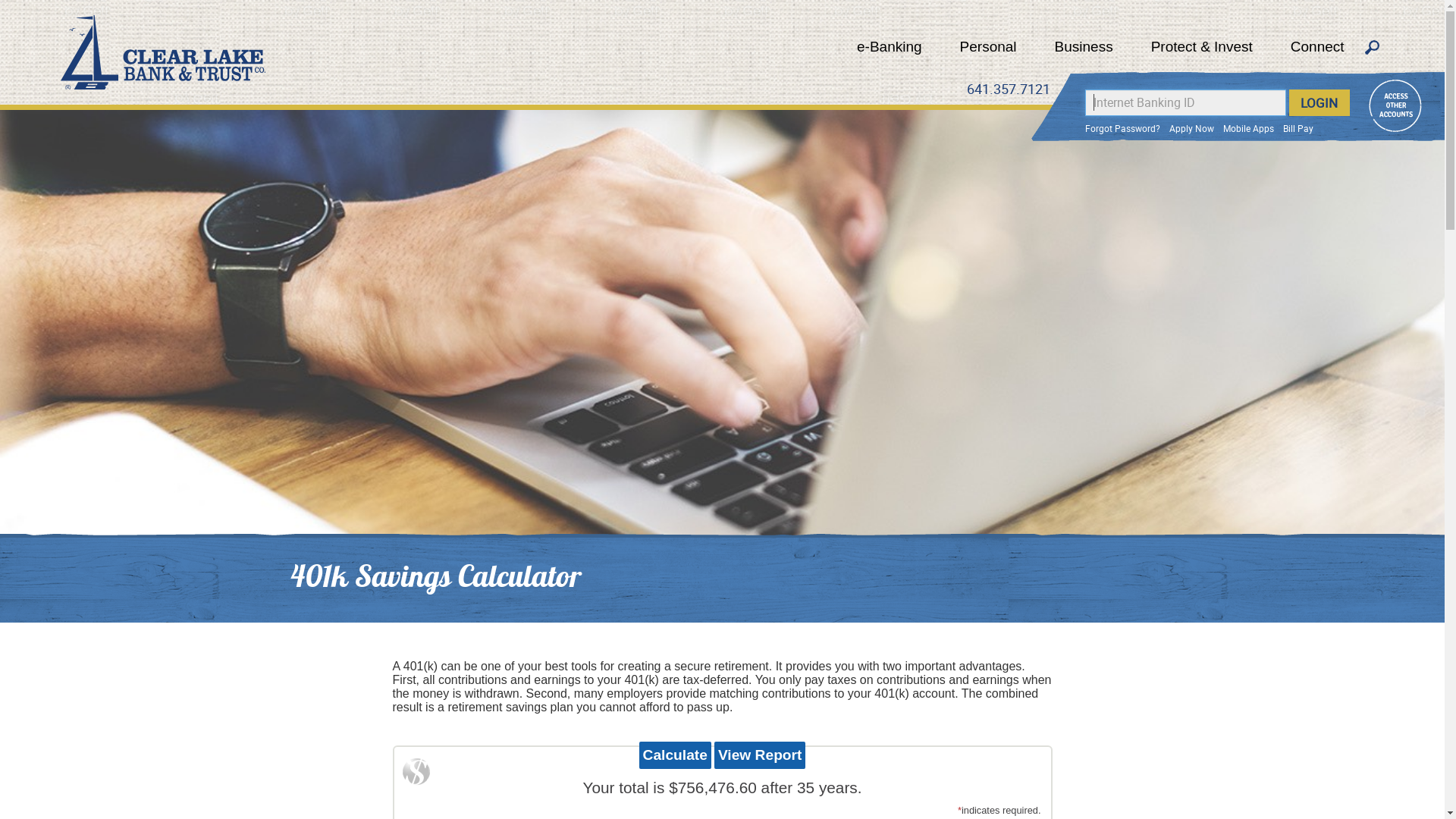  I want to click on 'Forgot Password?, so click(1122, 127).